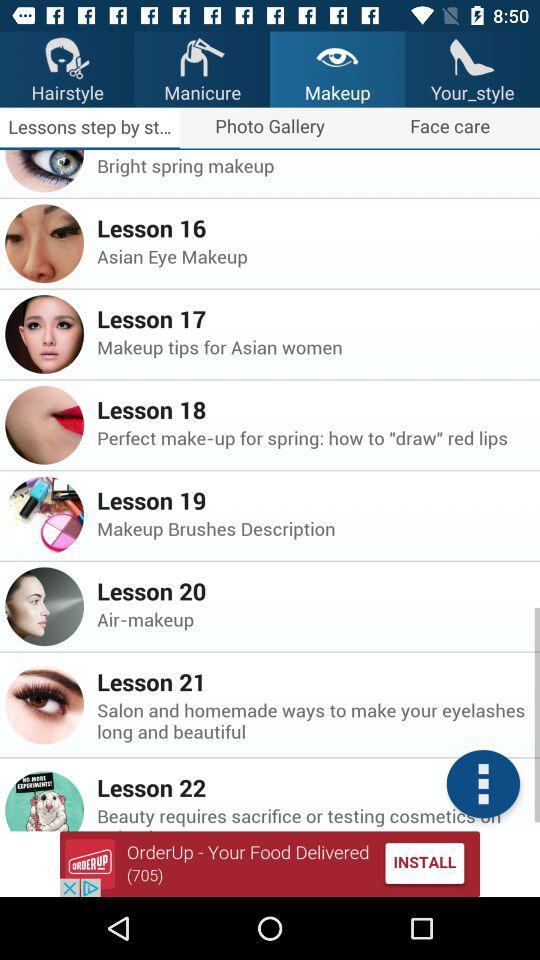  Describe the element at coordinates (270, 863) in the screenshot. I see `the opion` at that location.